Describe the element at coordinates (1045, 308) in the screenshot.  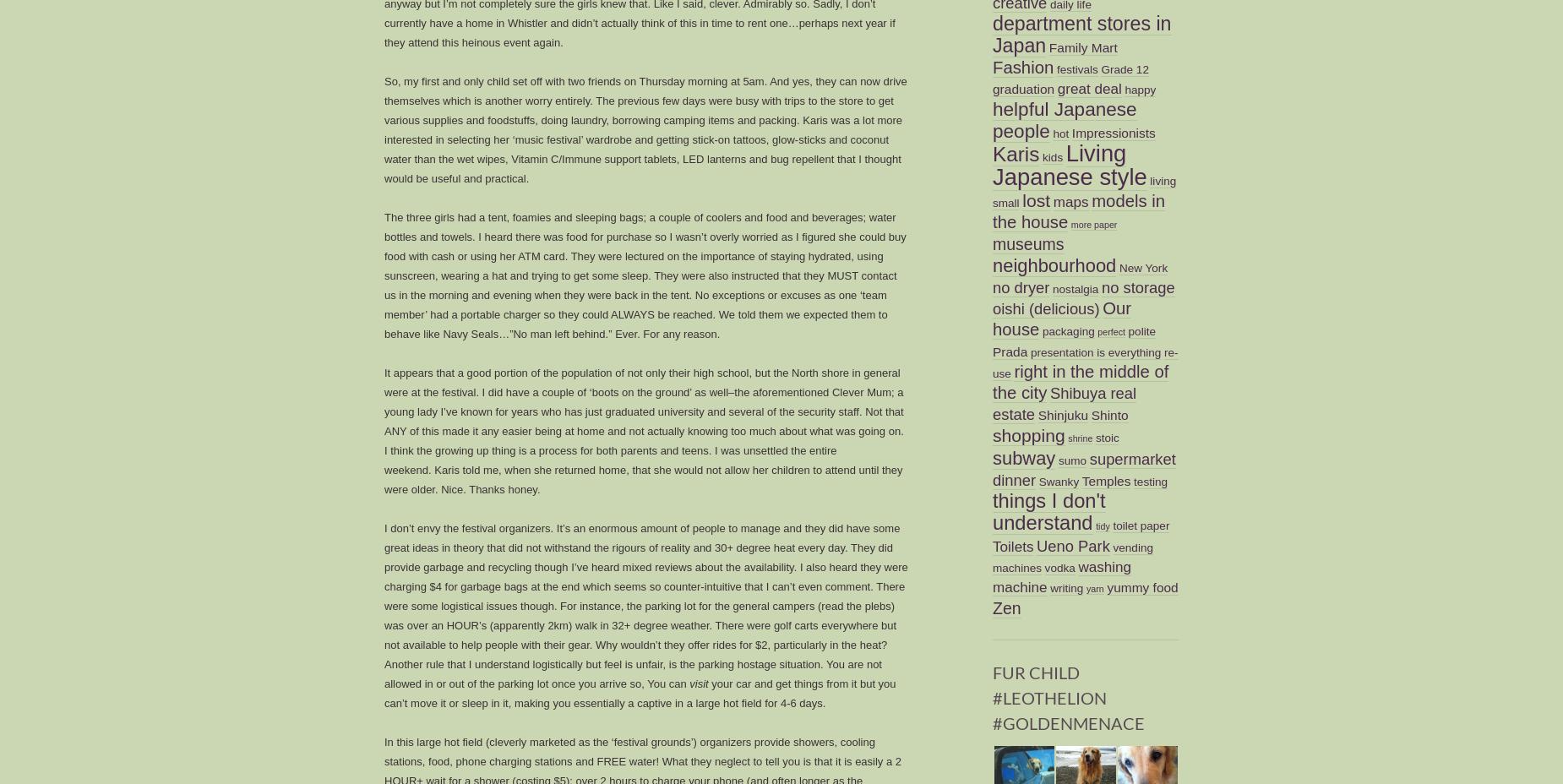
I see `'oishi (delicious)'` at that location.